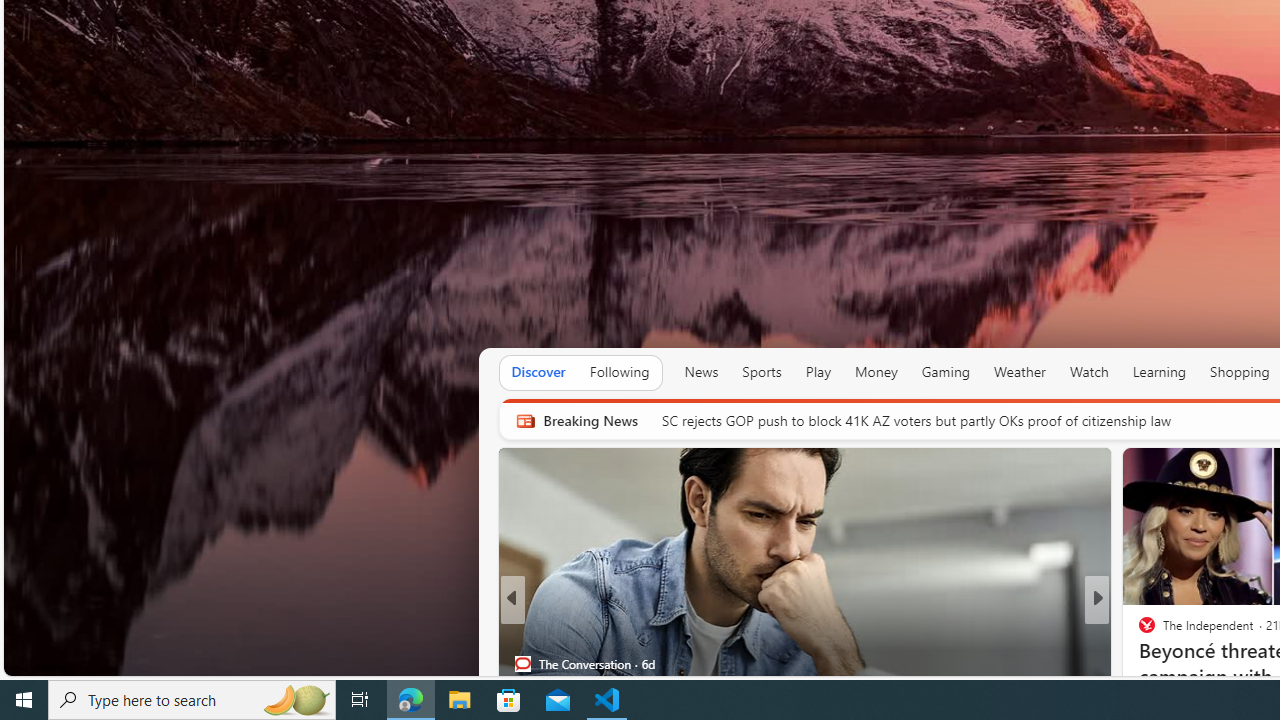  What do you see at coordinates (1138, 632) in the screenshot?
I see `'Inverse'` at bounding box center [1138, 632].